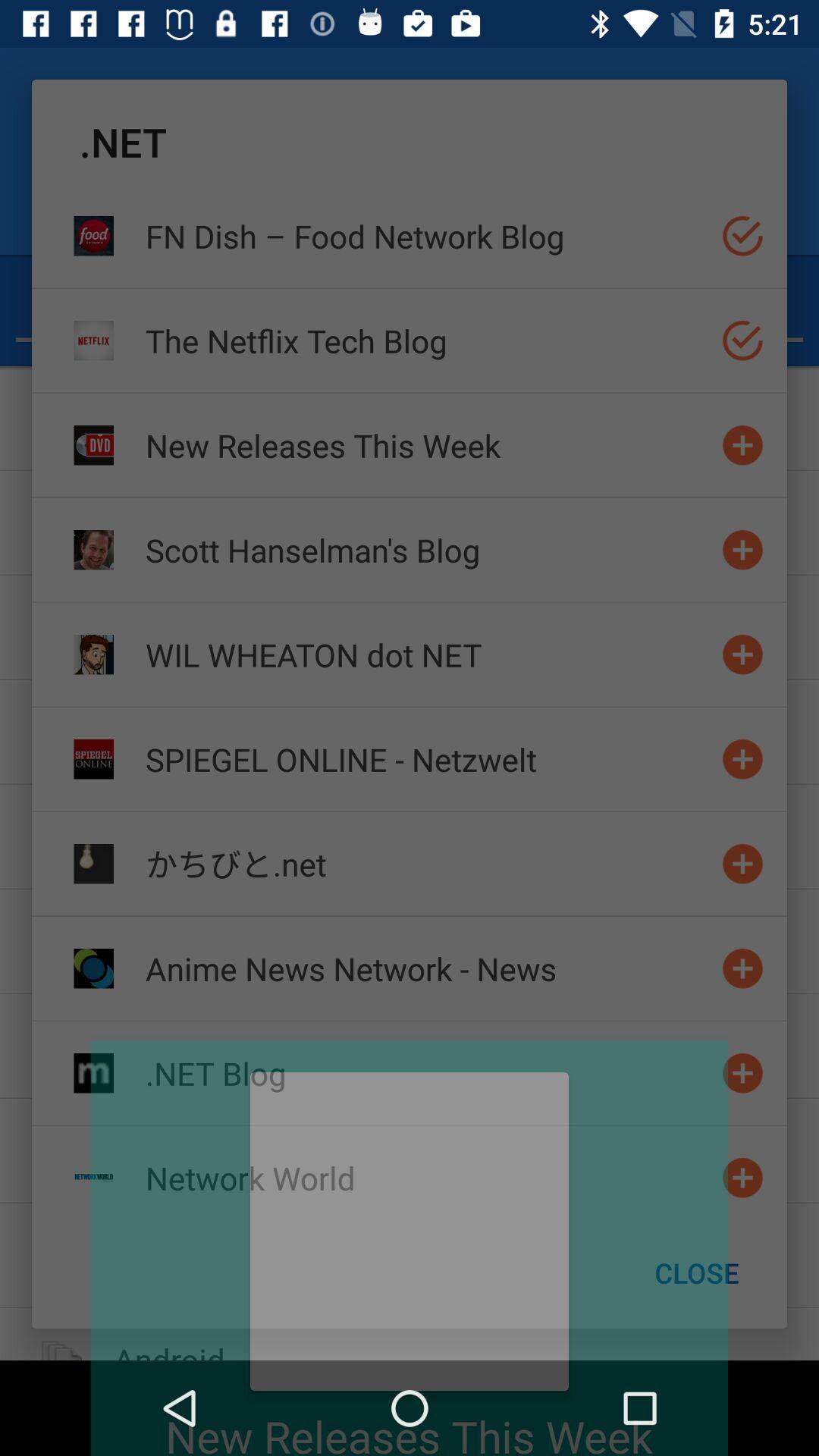  I want to click on add, so click(742, 549).